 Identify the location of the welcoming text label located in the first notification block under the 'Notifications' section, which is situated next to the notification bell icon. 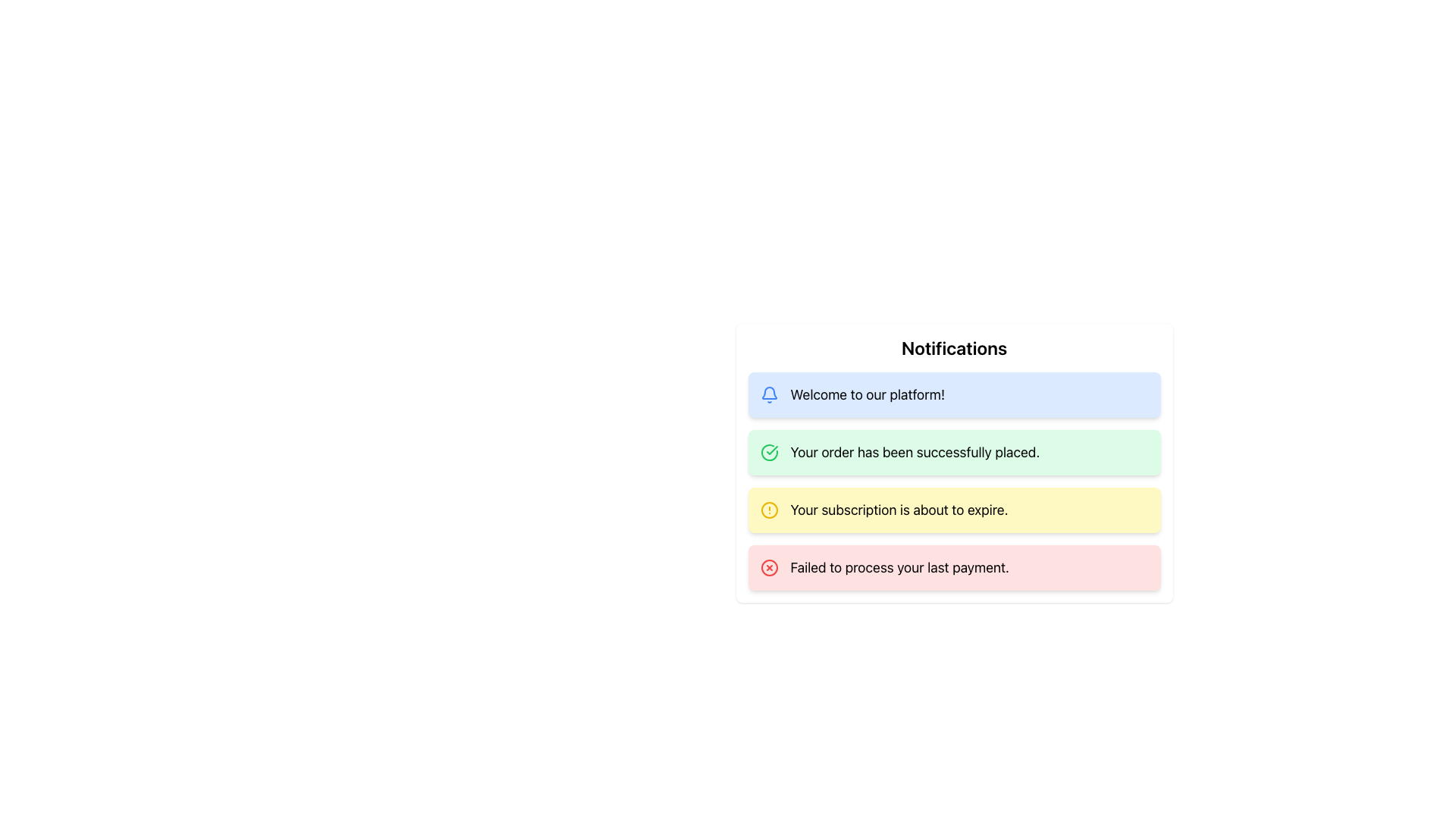
(868, 394).